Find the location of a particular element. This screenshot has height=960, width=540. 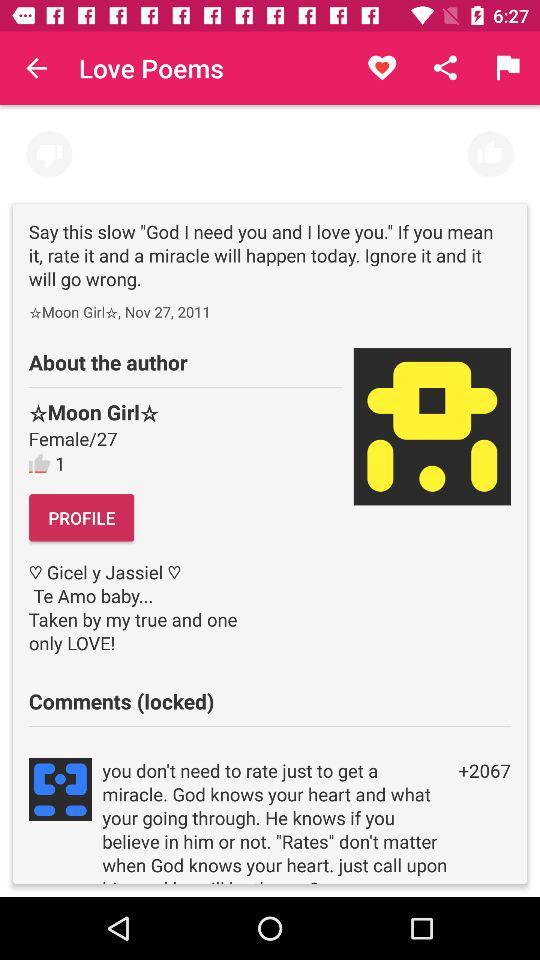

the thumbs_up icon is located at coordinates (489, 153).